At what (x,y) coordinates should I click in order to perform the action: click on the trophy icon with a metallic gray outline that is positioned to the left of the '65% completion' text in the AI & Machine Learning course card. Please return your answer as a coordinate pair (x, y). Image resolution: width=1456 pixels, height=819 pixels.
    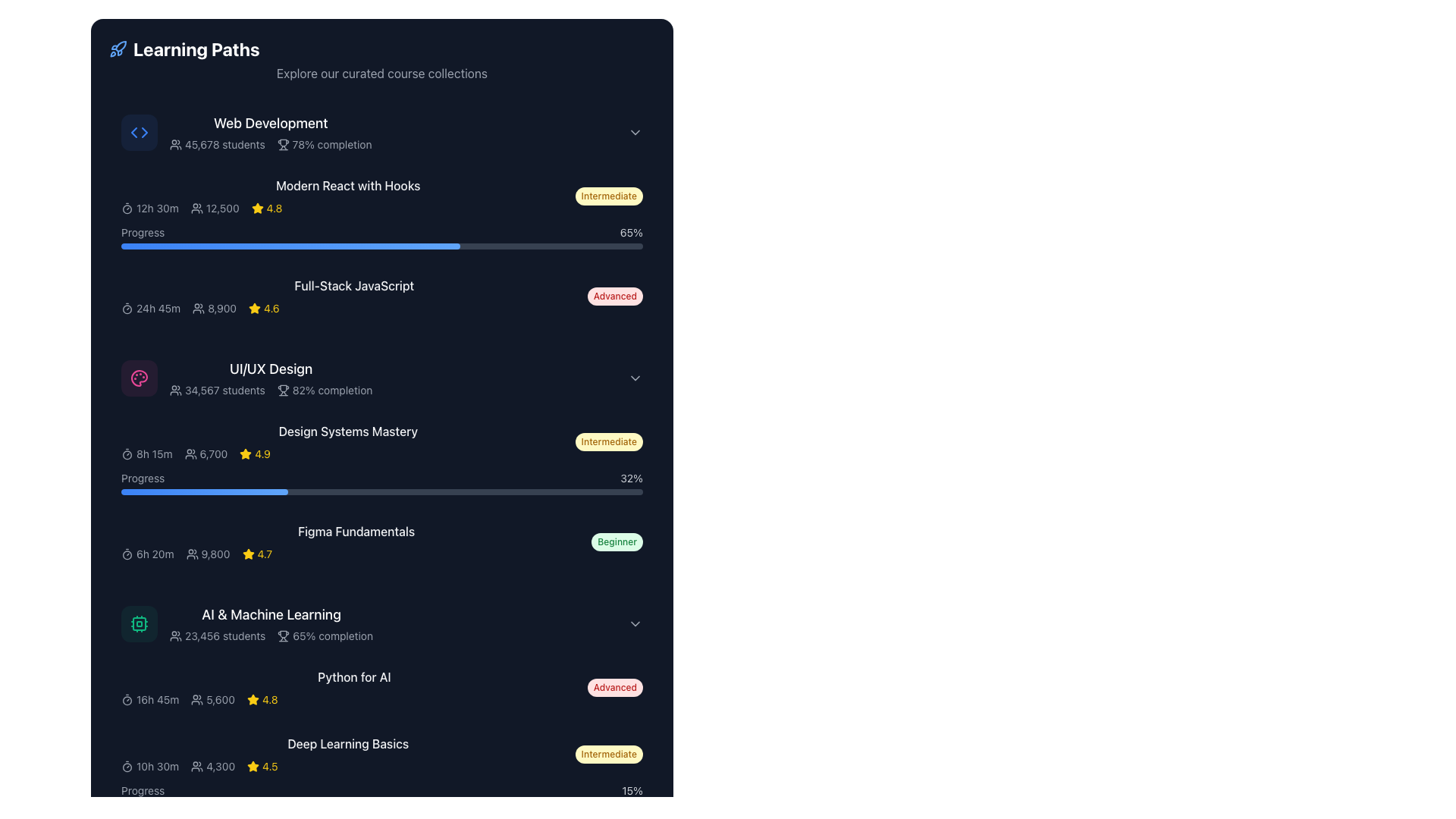
    Looking at the image, I should click on (284, 636).